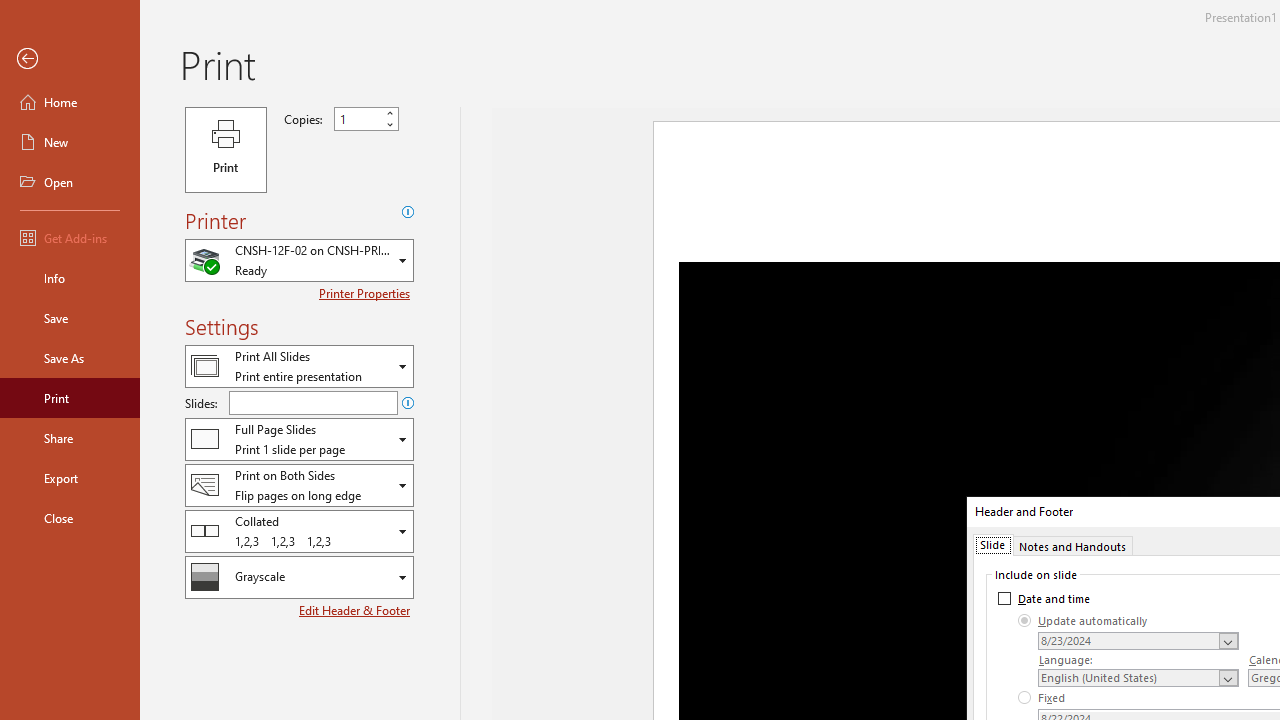  What do you see at coordinates (69, 236) in the screenshot?
I see `'Get Add-ins'` at bounding box center [69, 236].